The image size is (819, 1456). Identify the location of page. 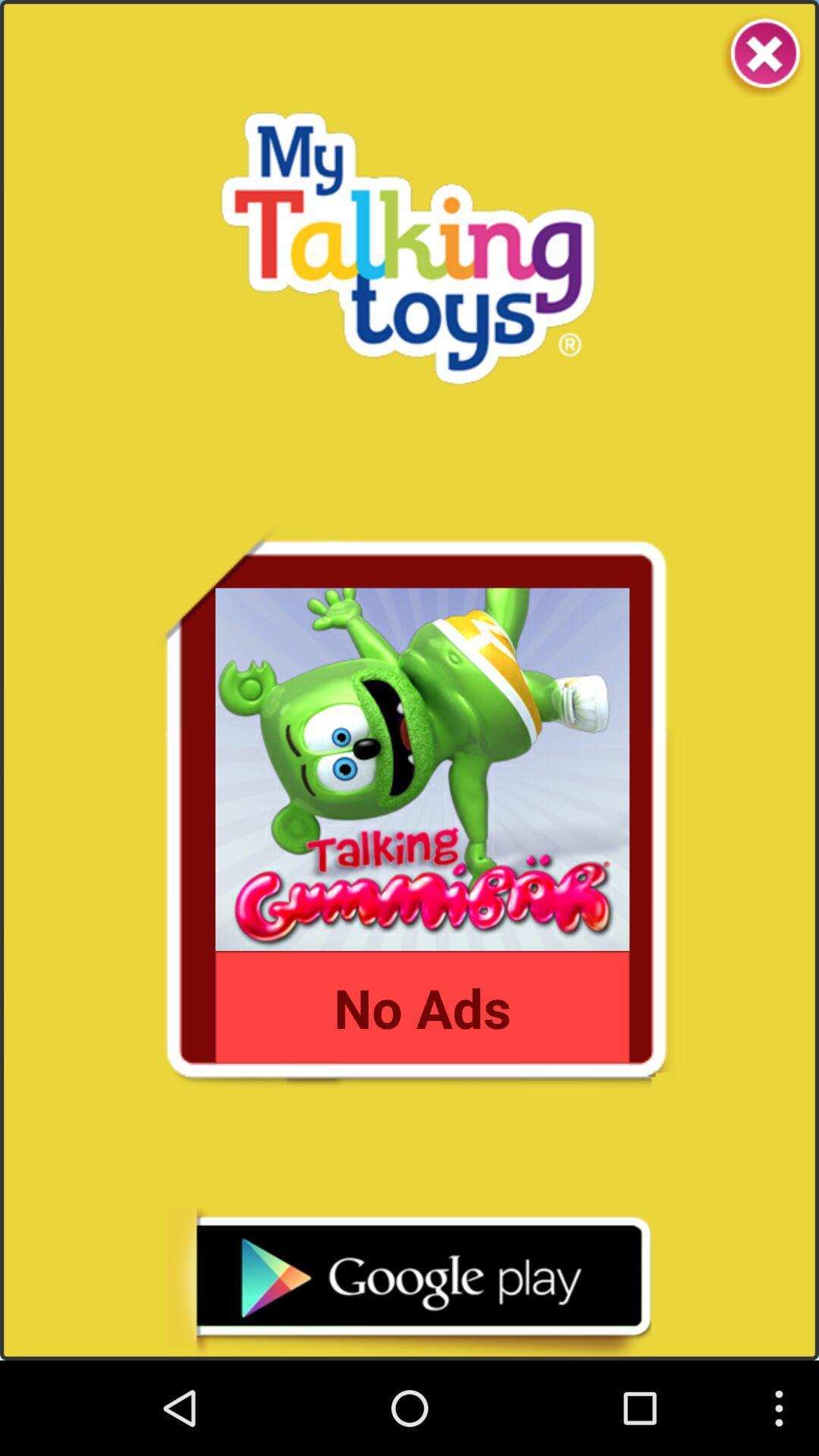
(763, 55).